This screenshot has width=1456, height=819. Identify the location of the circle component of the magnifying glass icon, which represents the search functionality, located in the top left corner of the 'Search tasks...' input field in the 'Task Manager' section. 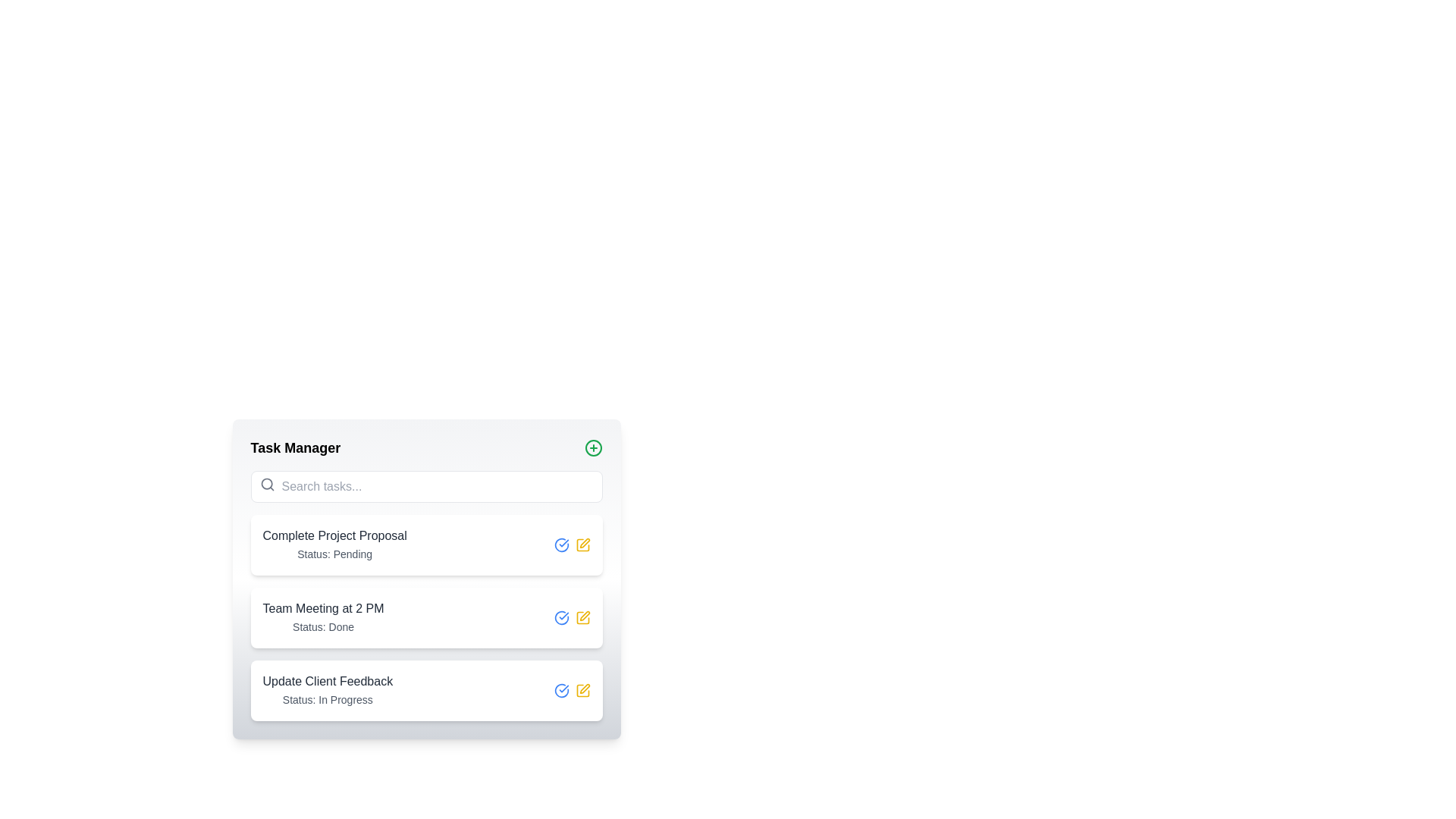
(266, 484).